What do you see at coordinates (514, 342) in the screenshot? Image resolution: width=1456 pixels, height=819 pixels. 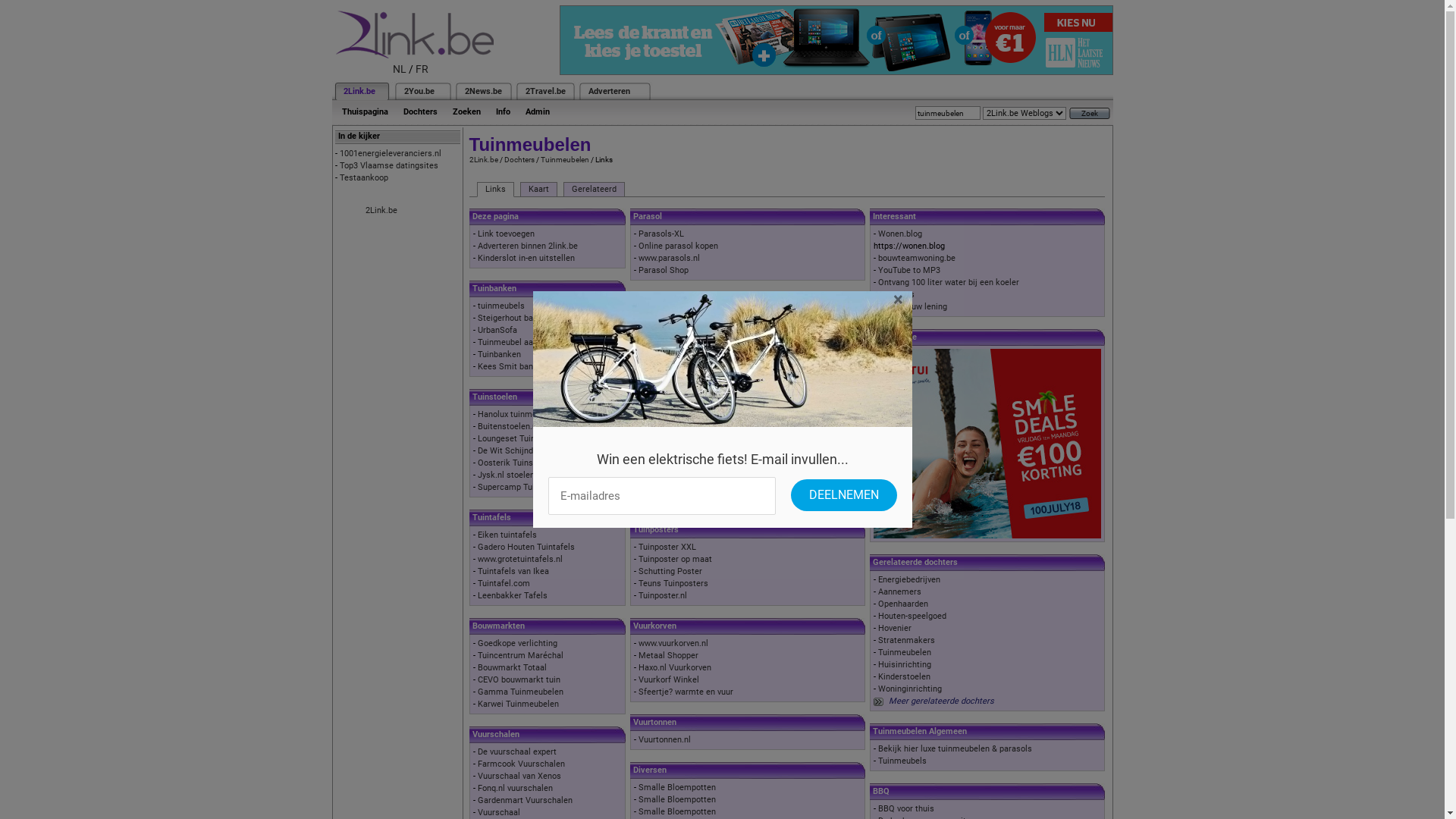 I see `'Tuinmeubel aanbod'` at bounding box center [514, 342].